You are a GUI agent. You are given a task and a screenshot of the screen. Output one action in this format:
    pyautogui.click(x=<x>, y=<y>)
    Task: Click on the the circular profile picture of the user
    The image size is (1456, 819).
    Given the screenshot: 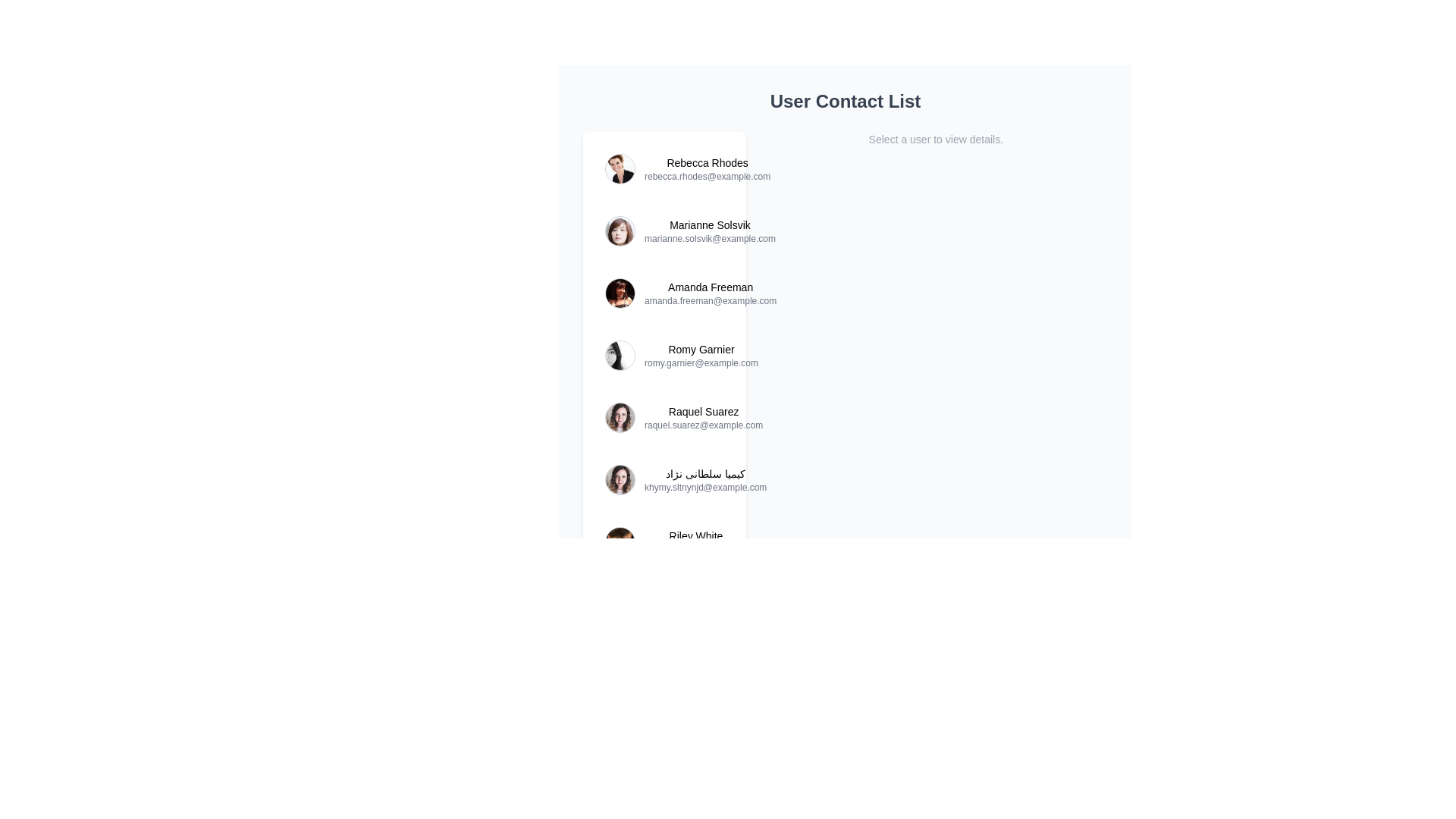 What is the action you would take?
    pyautogui.click(x=620, y=541)
    